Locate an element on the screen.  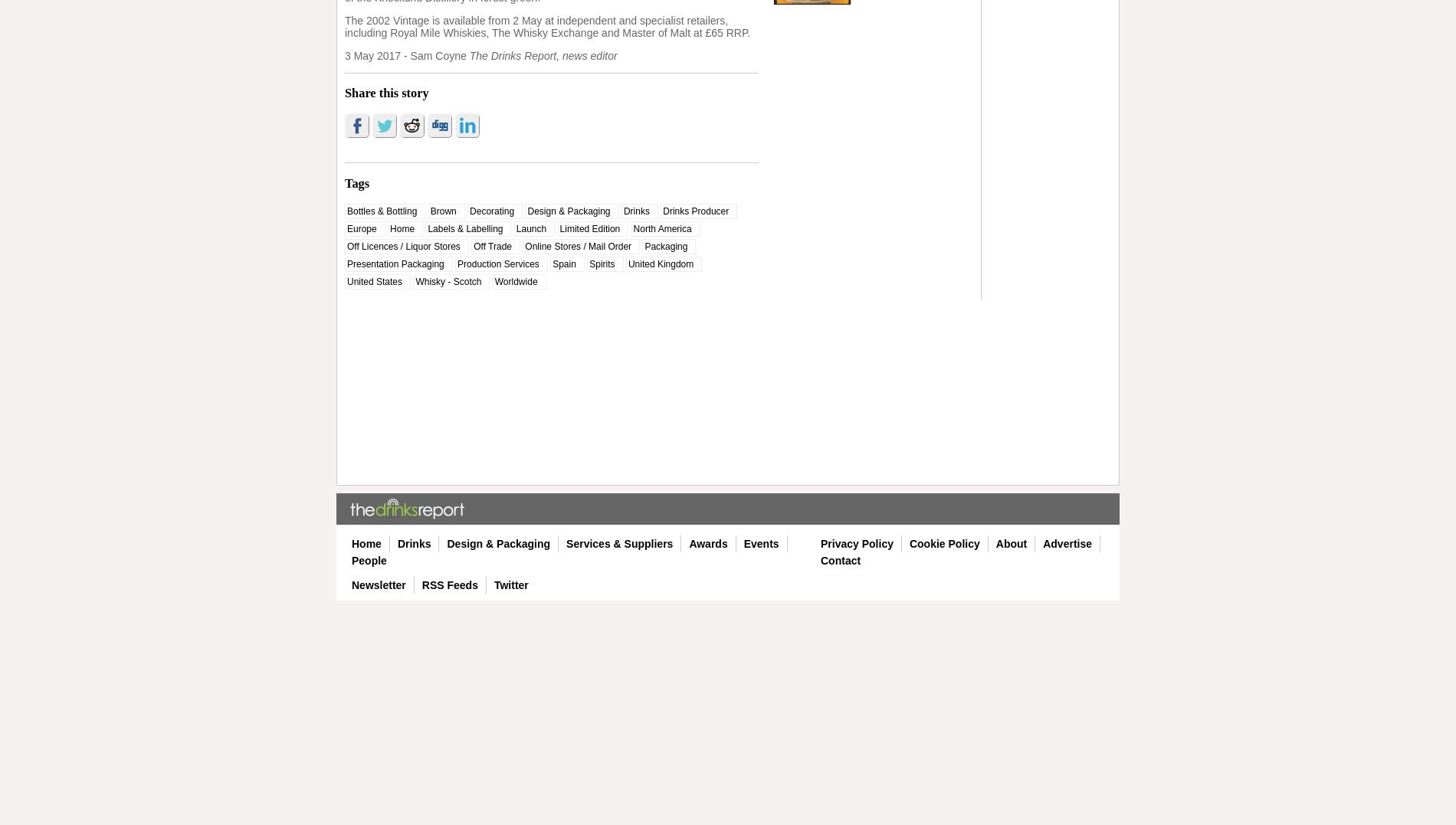
'Share this story' is located at coordinates (343, 91).